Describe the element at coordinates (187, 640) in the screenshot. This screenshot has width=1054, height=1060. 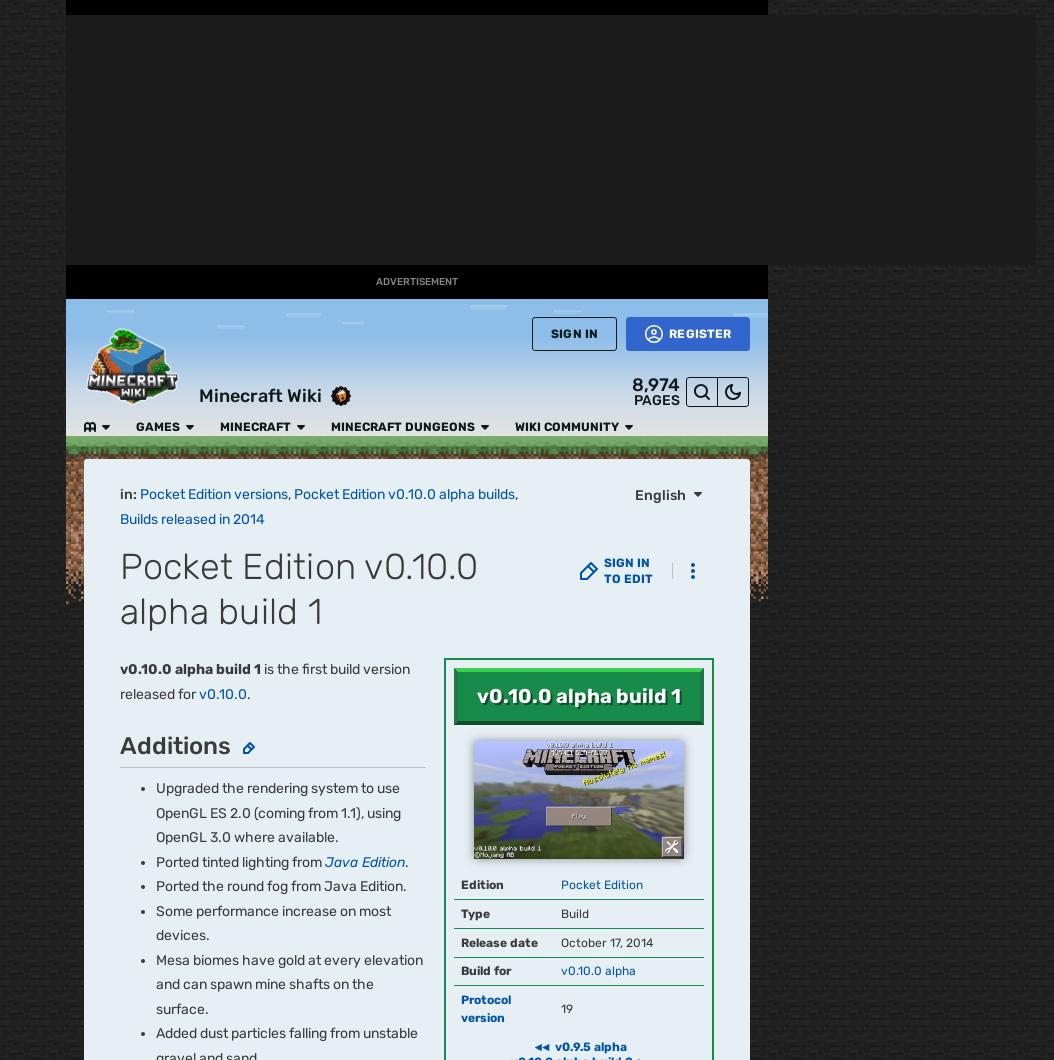
I see `'More Fandoms'` at that location.